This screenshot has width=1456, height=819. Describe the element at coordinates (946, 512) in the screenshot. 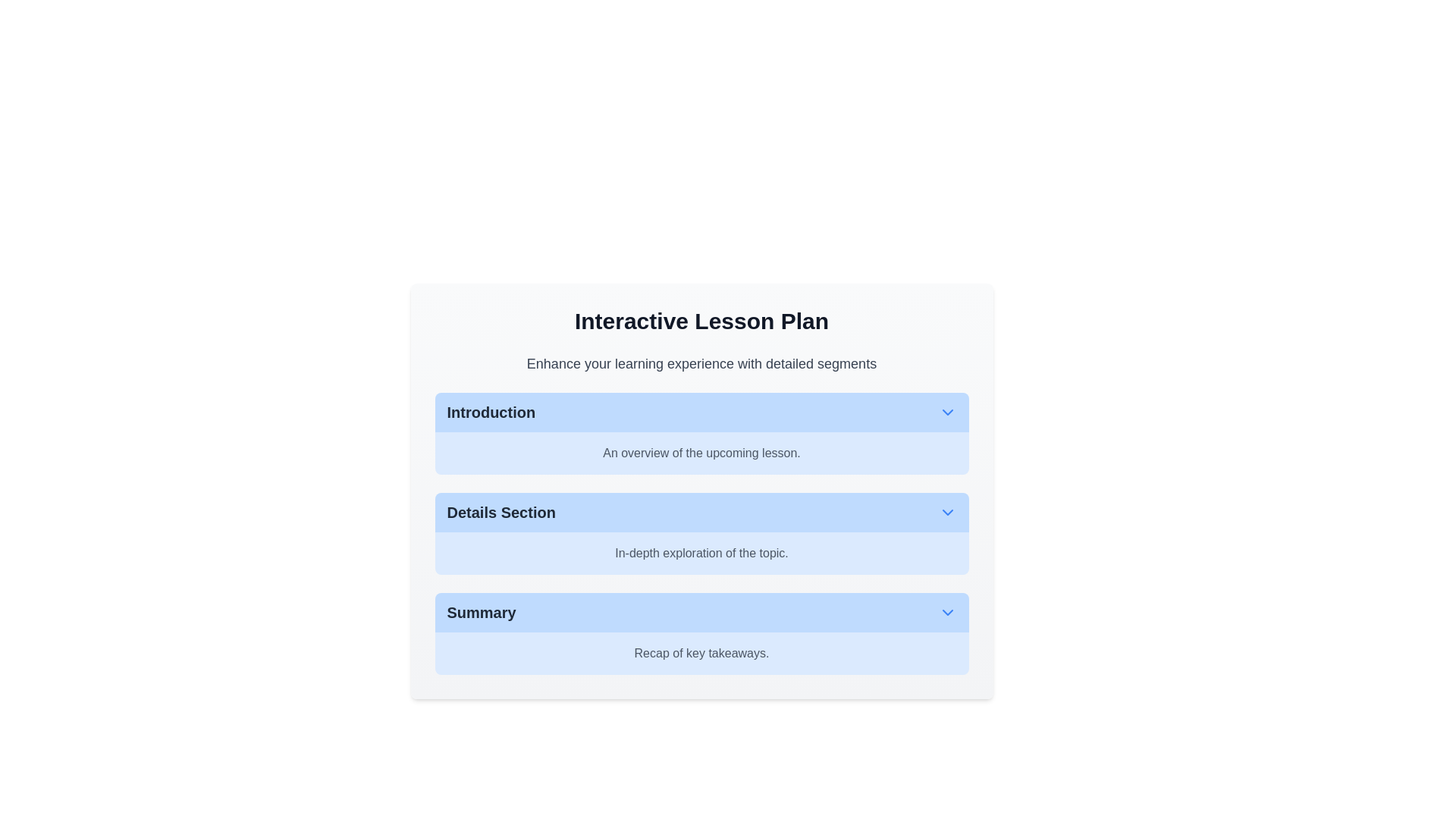

I see `the icon at the far-right edge of the 'Details Section'` at that location.